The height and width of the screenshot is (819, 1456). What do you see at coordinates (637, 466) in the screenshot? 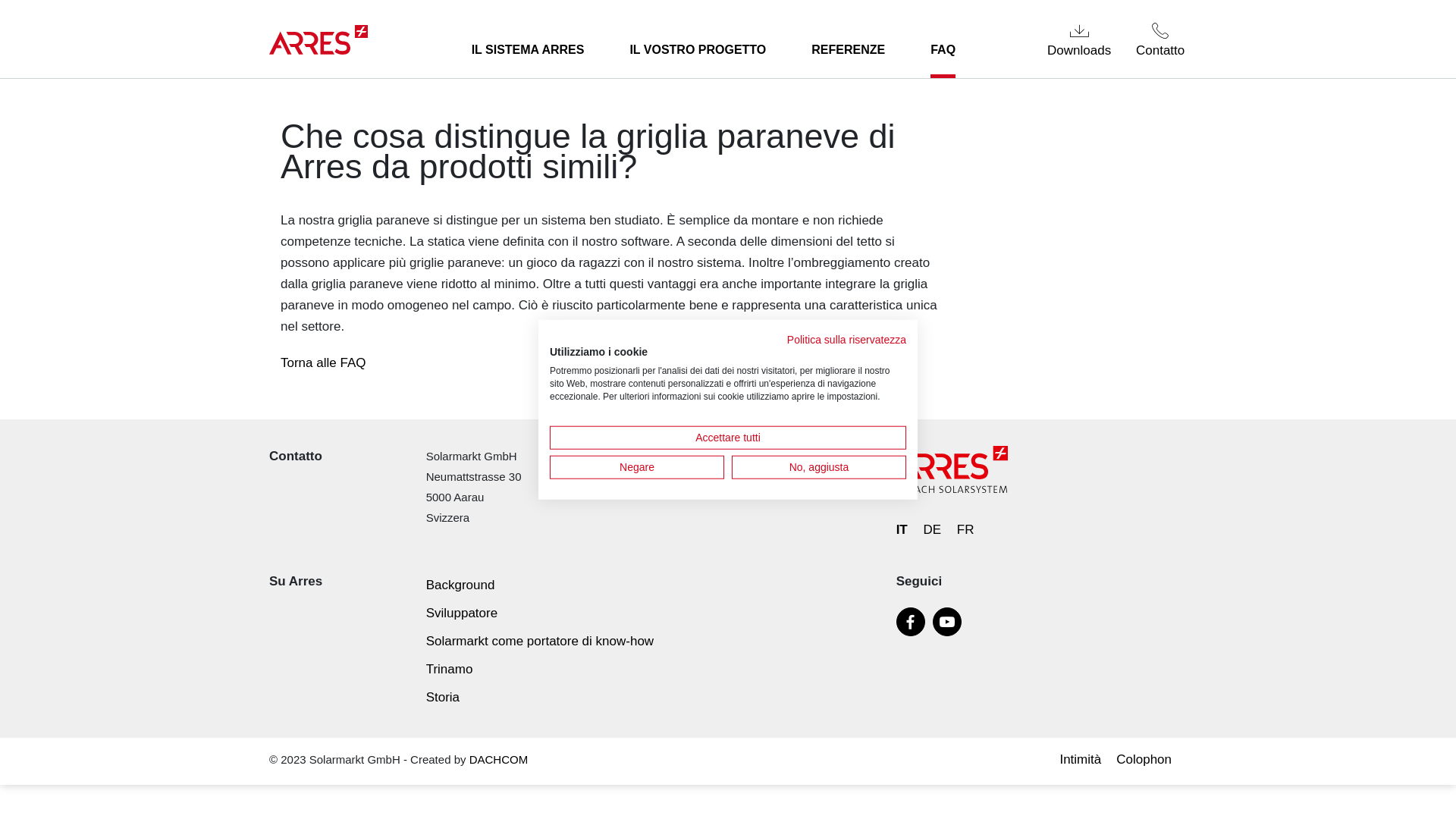
I see `'Negare'` at bounding box center [637, 466].